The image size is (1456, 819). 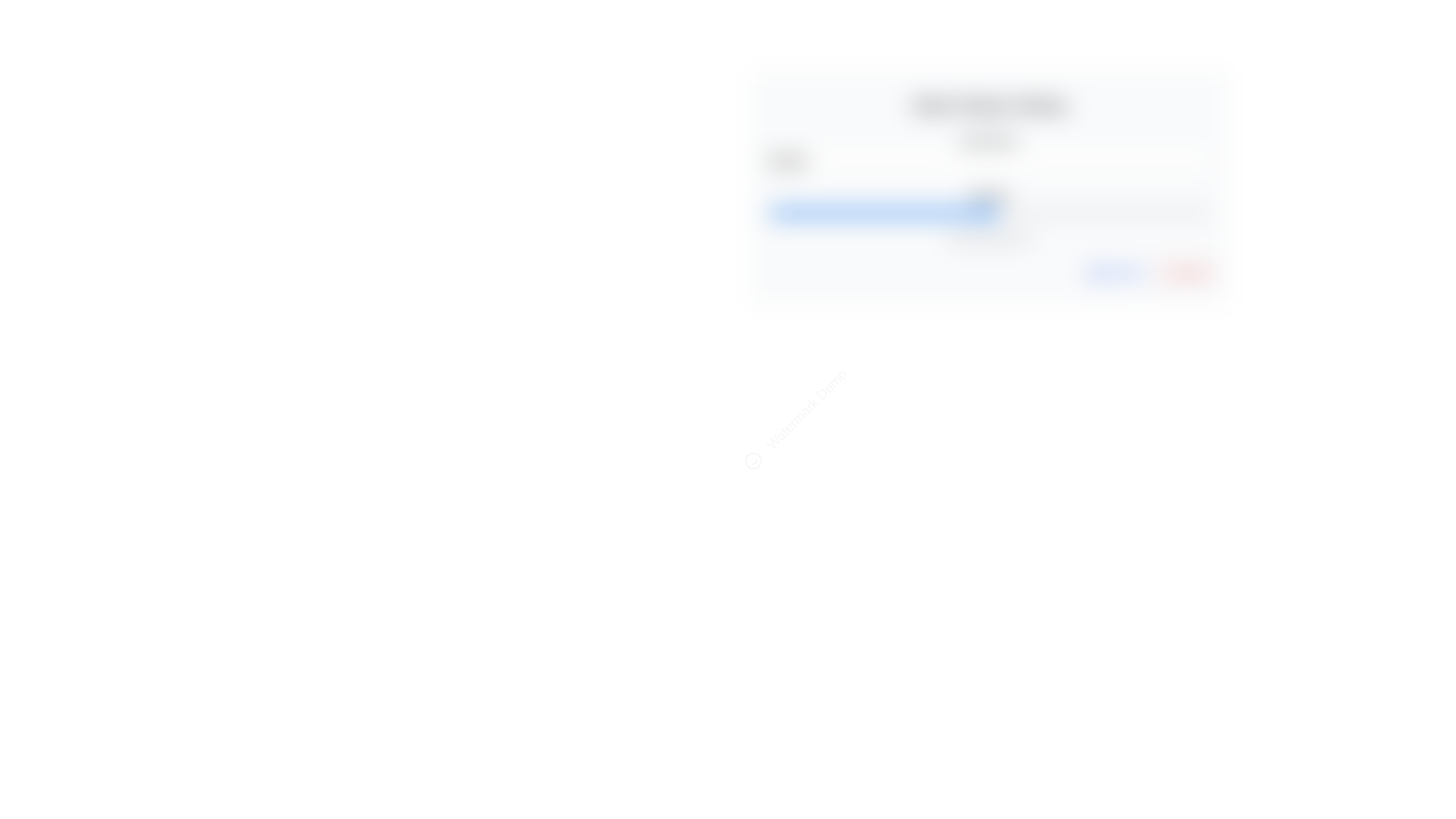 I want to click on the range slider that adjusts intensity, located centrally on the interface, with the current value displayed as 'Current Value: 50', so click(x=990, y=217).